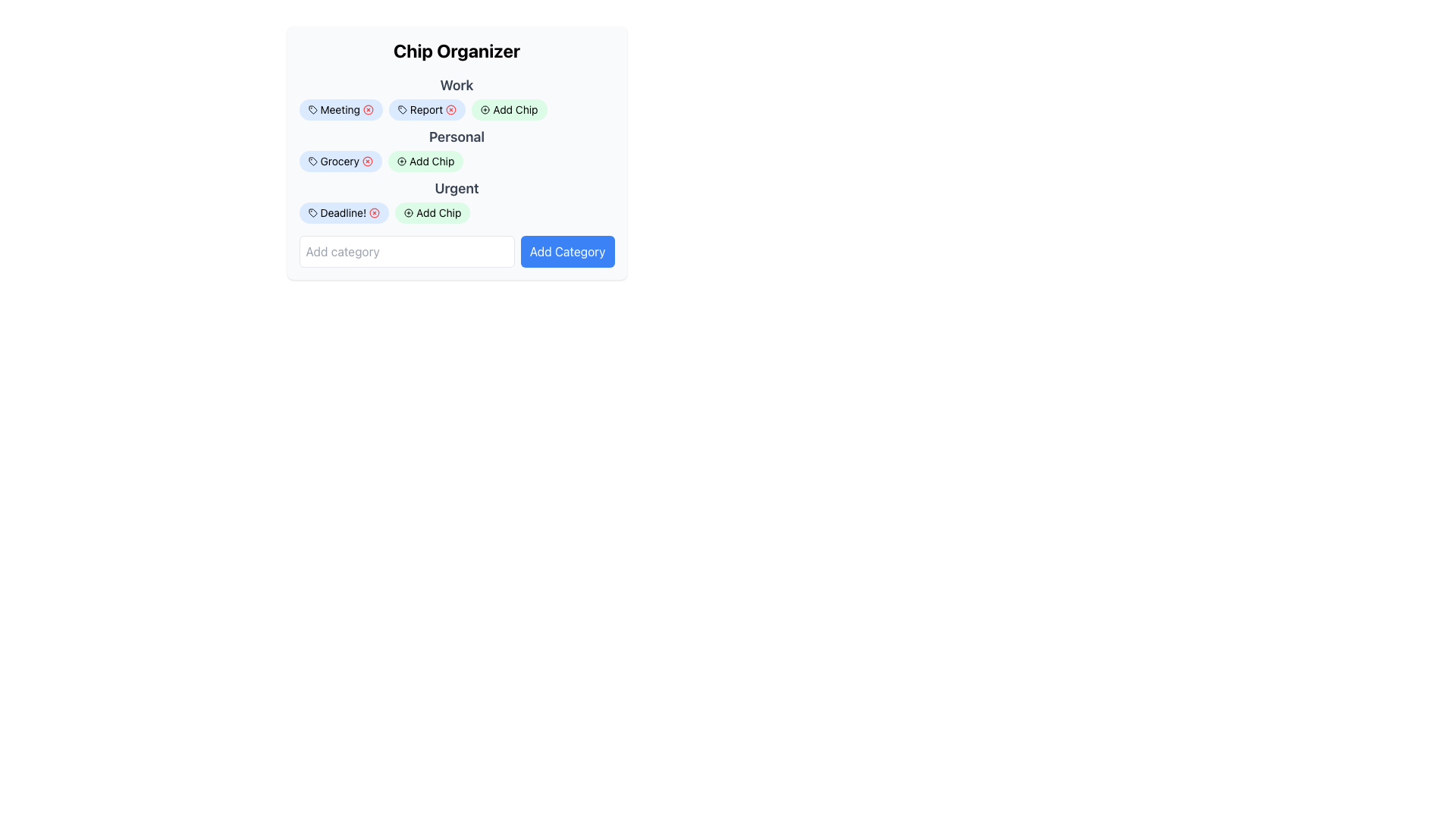  What do you see at coordinates (456, 85) in the screenshot?
I see `the 'Work' text label, which is displayed in bold dark gray font and serves as a header for related items like 'Meeting', 'Report', and 'Add Chip'` at bounding box center [456, 85].